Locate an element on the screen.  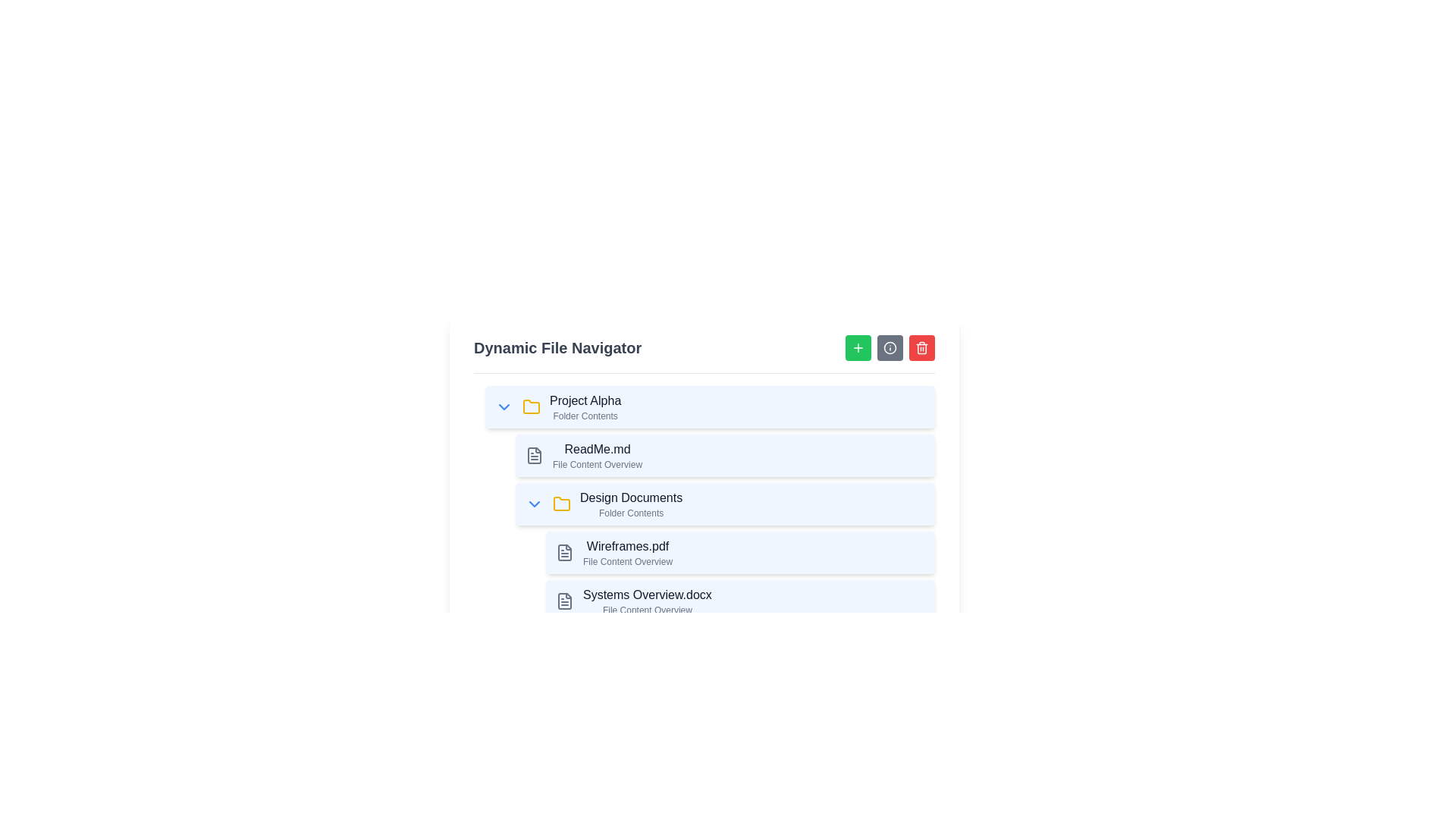
the gray document icon representing a text file, located to the left of the label 'ReadMe.md' within the file navigator interface is located at coordinates (535, 455).